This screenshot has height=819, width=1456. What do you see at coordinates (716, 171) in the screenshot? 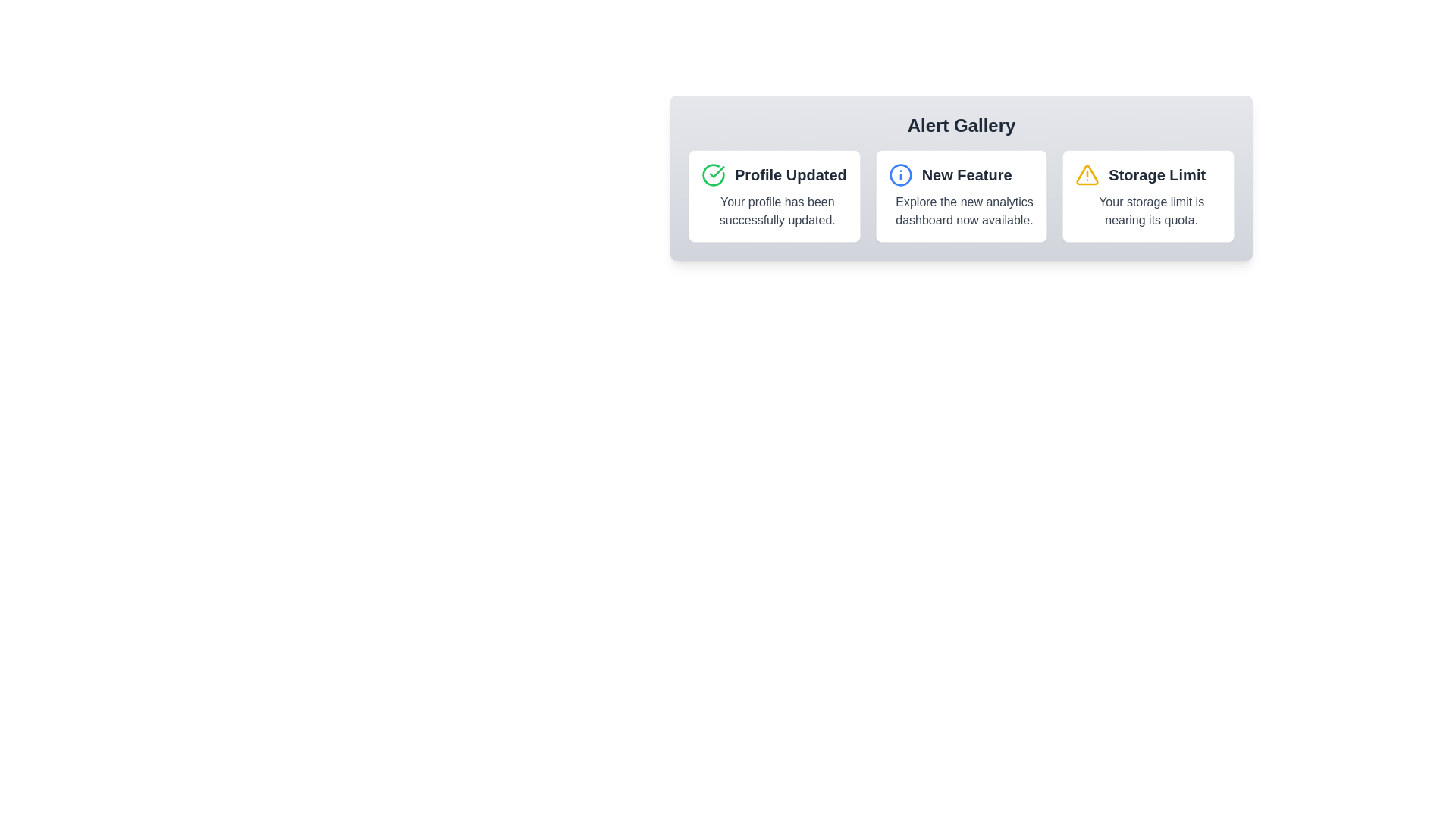
I see `the green checkmark icon located within the 'Profile Updated' card in the Alert Gallery section` at bounding box center [716, 171].